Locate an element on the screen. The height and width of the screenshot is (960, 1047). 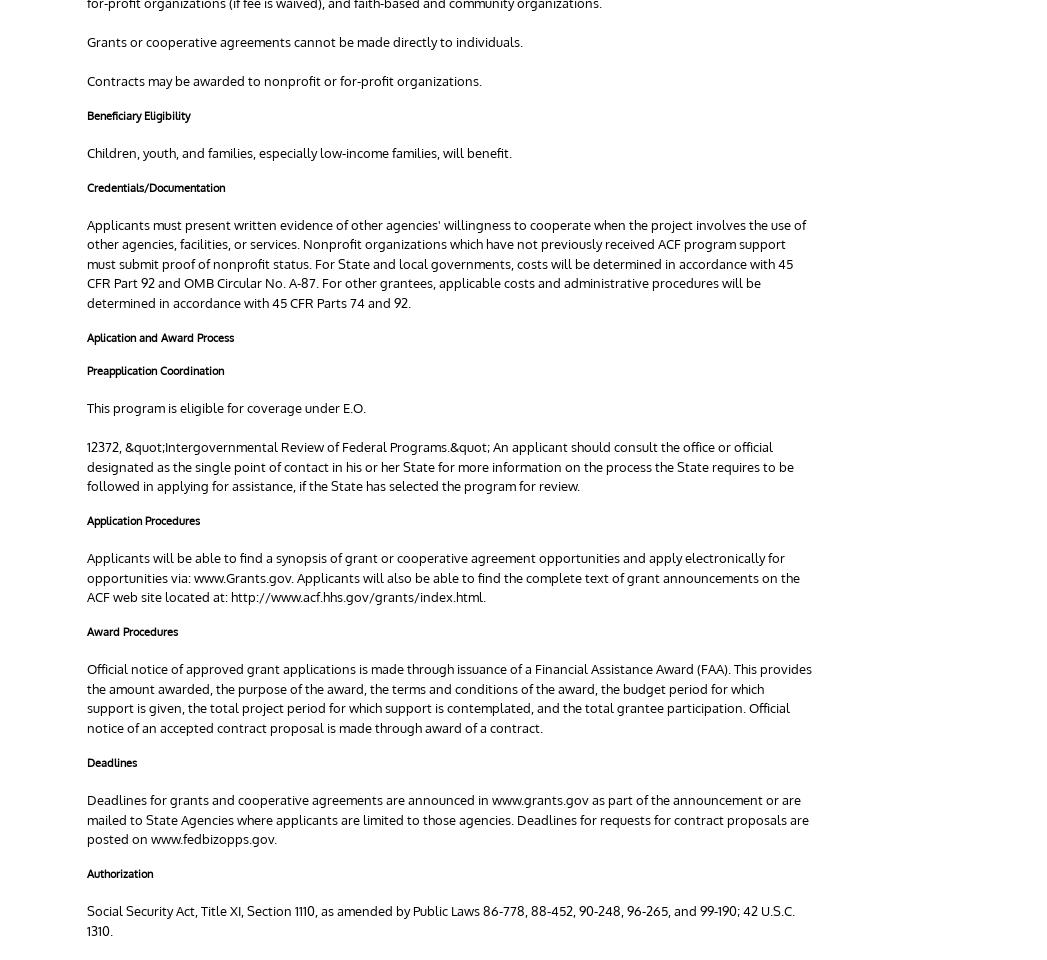
'Children, youth, and families, especially low-income families, will benefit.' is located at coordinates (298, 150).